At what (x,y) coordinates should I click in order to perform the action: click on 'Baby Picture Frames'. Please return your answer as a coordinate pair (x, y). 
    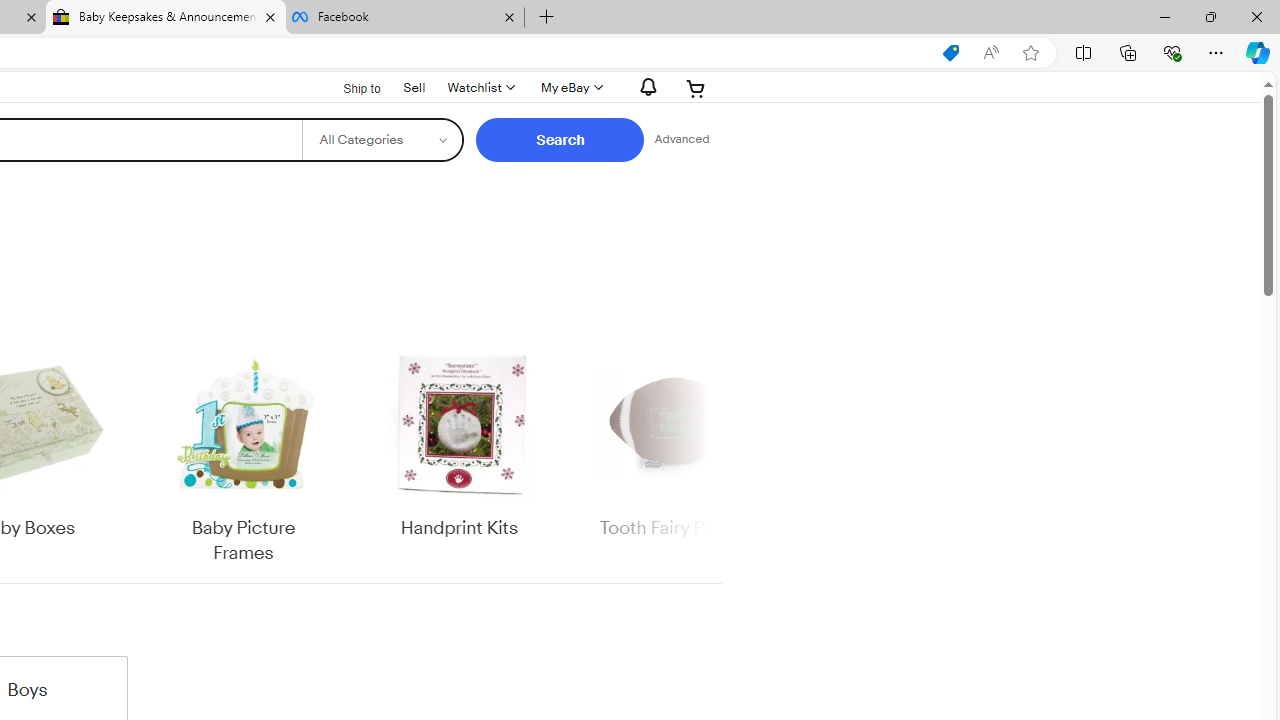
    Looking at the image, I should click on (242, 455).